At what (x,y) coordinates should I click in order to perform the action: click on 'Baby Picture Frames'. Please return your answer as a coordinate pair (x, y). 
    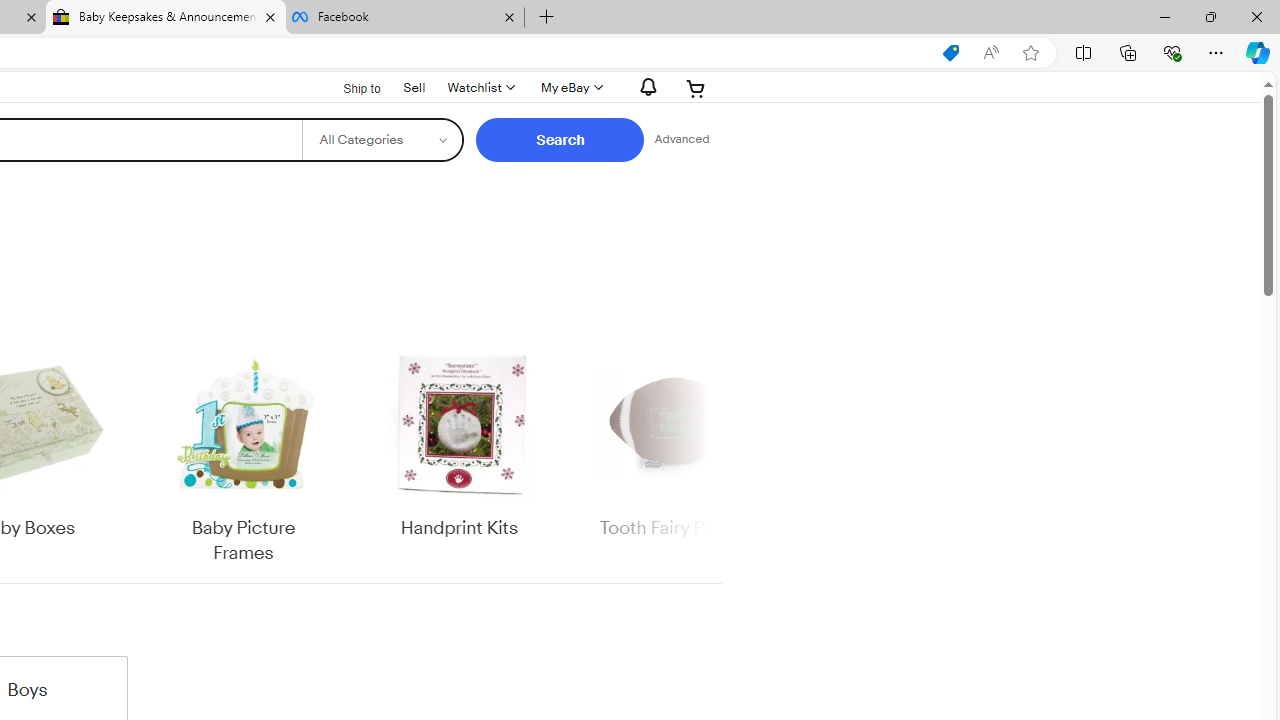
    Looking at the image, I should click on (242, 455).